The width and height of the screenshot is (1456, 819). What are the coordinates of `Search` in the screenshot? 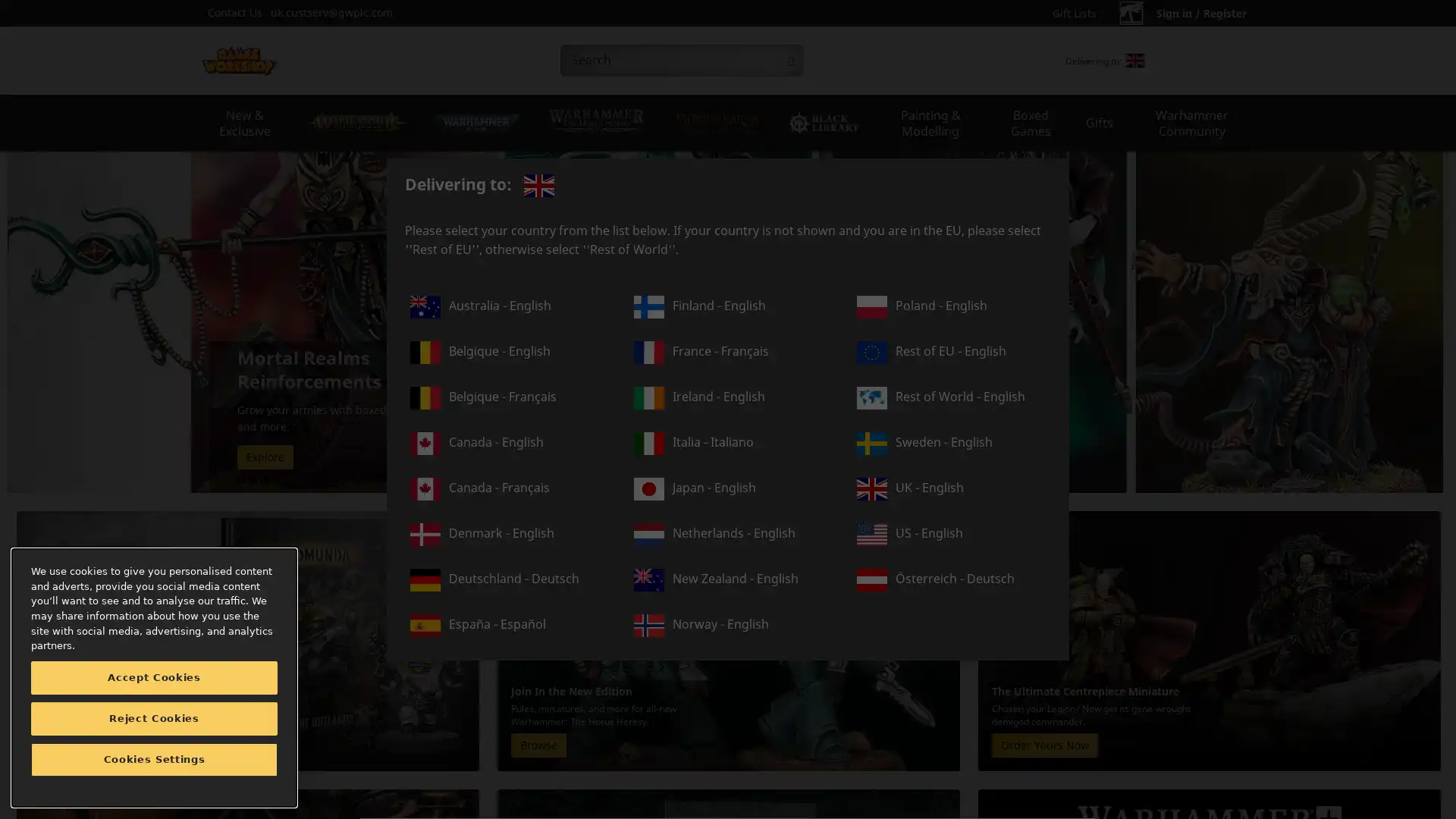 It's located at (789, 60).